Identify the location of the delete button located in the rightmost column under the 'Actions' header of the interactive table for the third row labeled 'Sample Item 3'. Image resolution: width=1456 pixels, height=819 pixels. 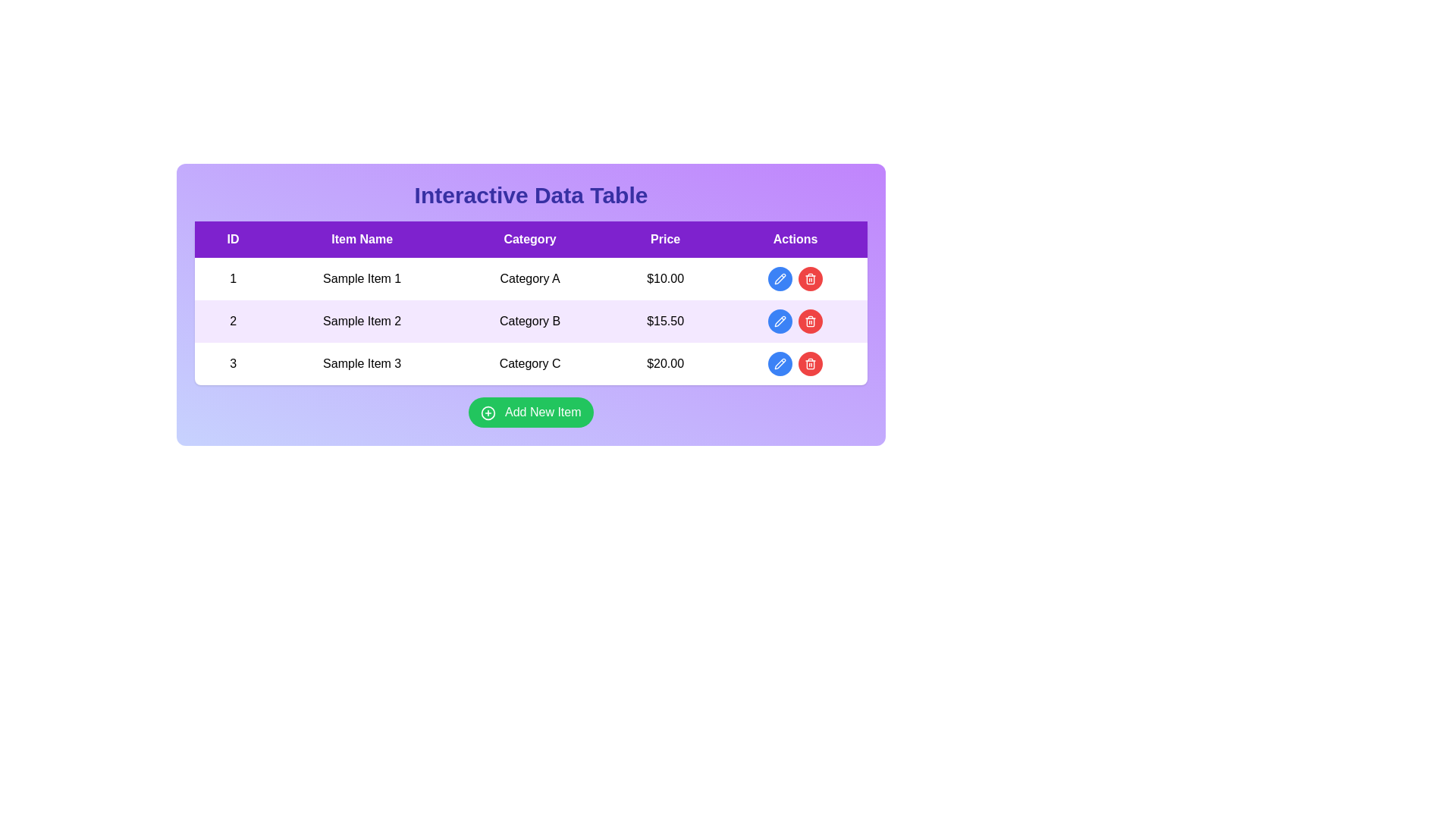
(810, 363).